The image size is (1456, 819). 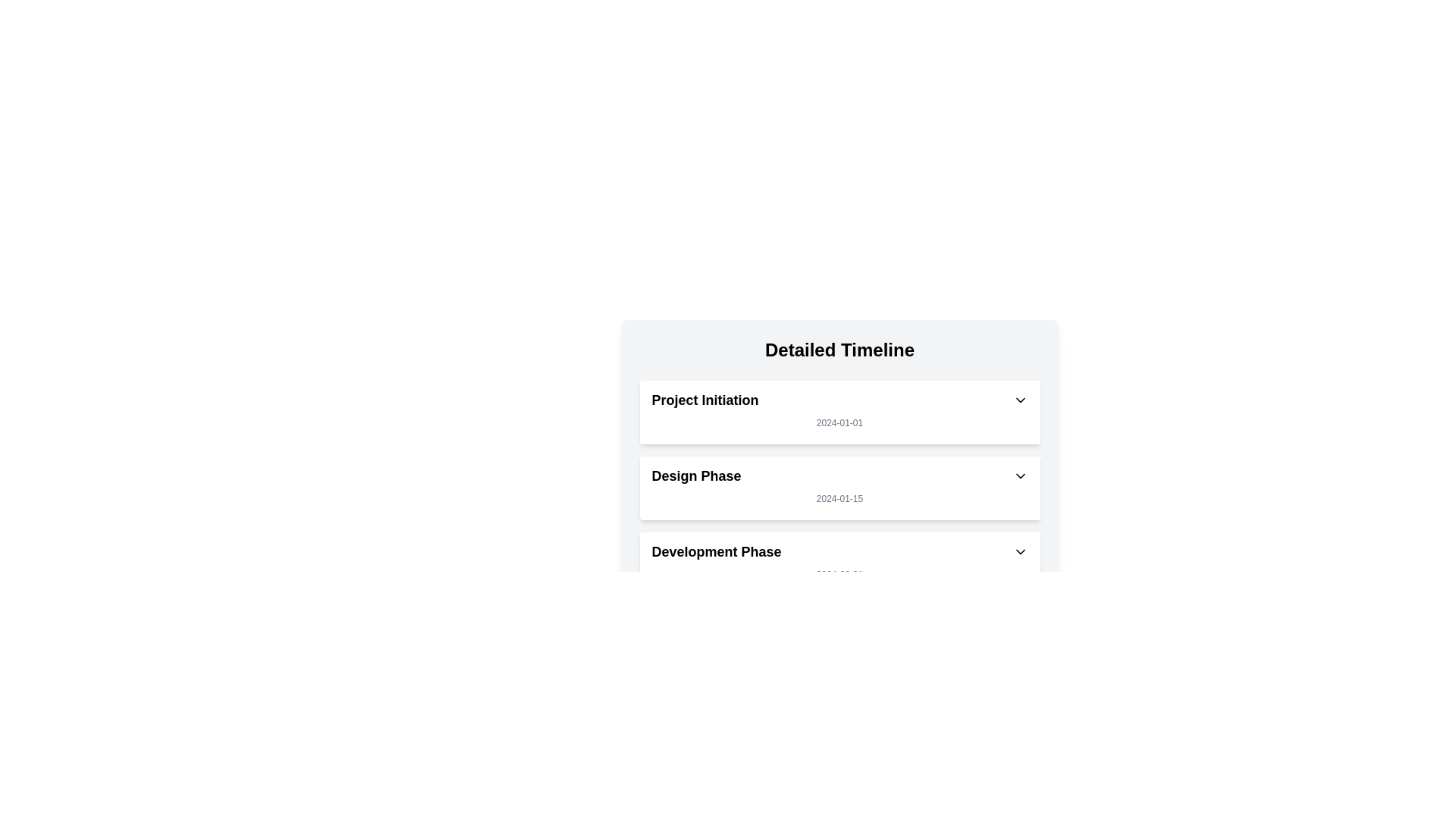 What do you see at coordinates (1020, 400) in the screenshot?
I see `the dropdown toggle button located on the rightmost side of the 'Project Initiation' section header` at bounding box center [1020, 400].